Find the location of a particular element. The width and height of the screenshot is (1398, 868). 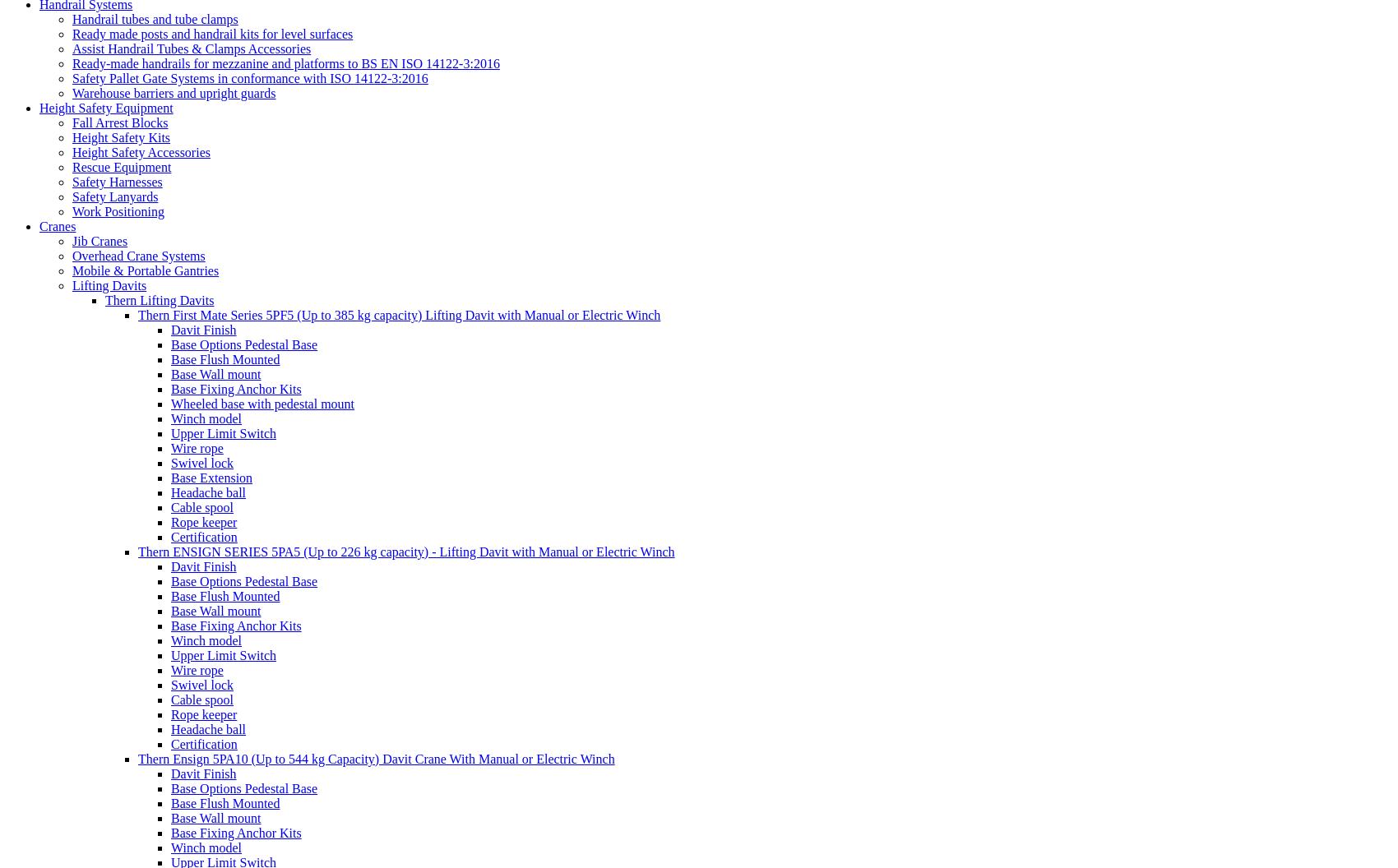

'Thern ENSIGN SERIES 5PA5 (Up to 226 kg capacity) - Lifting Davit with Manual or Electric Winch' is located at coordinates (406, 551).